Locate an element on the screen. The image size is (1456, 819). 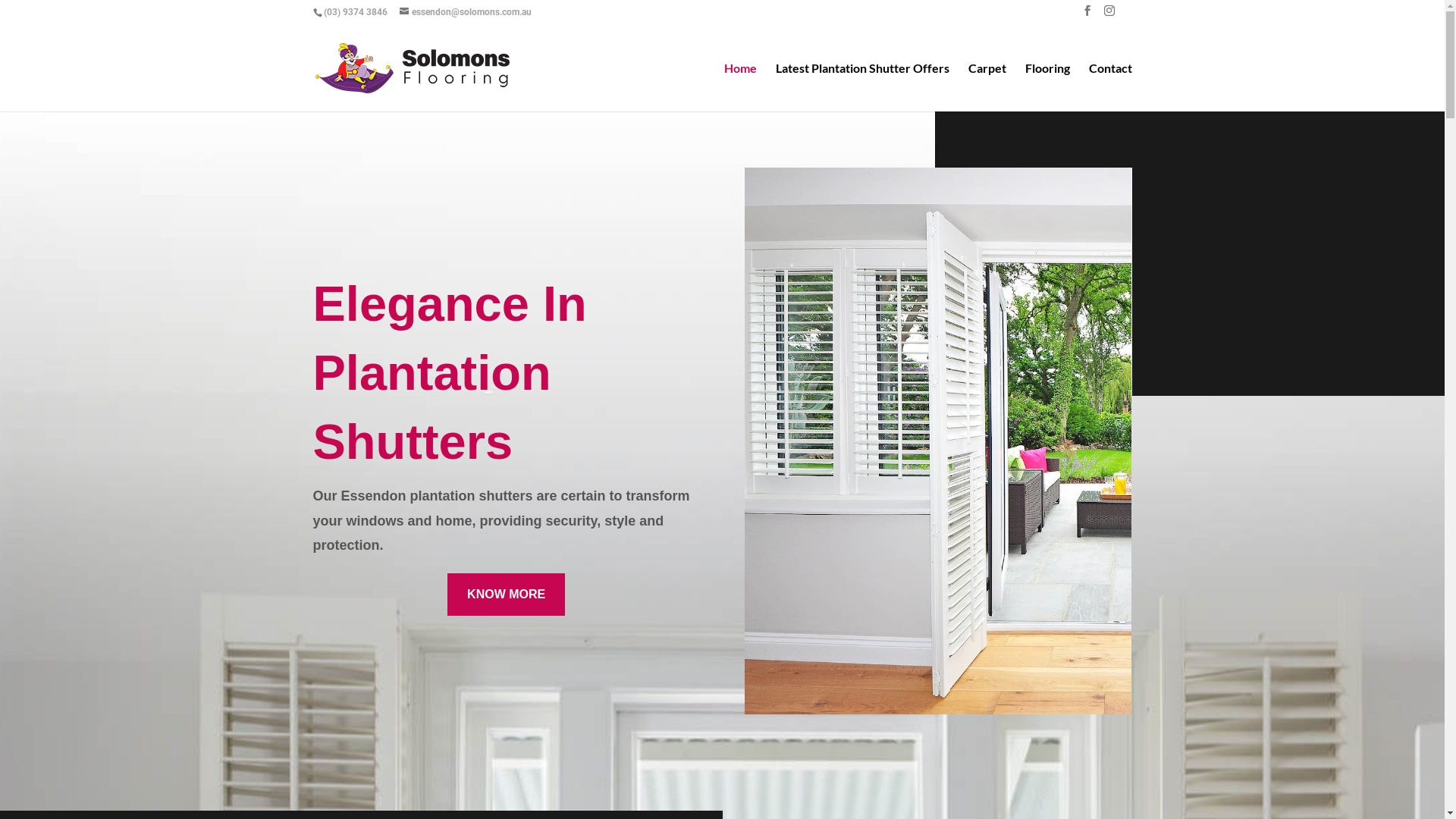
'Essendon Plantation Shutters' is located at coordinates (745, 441).